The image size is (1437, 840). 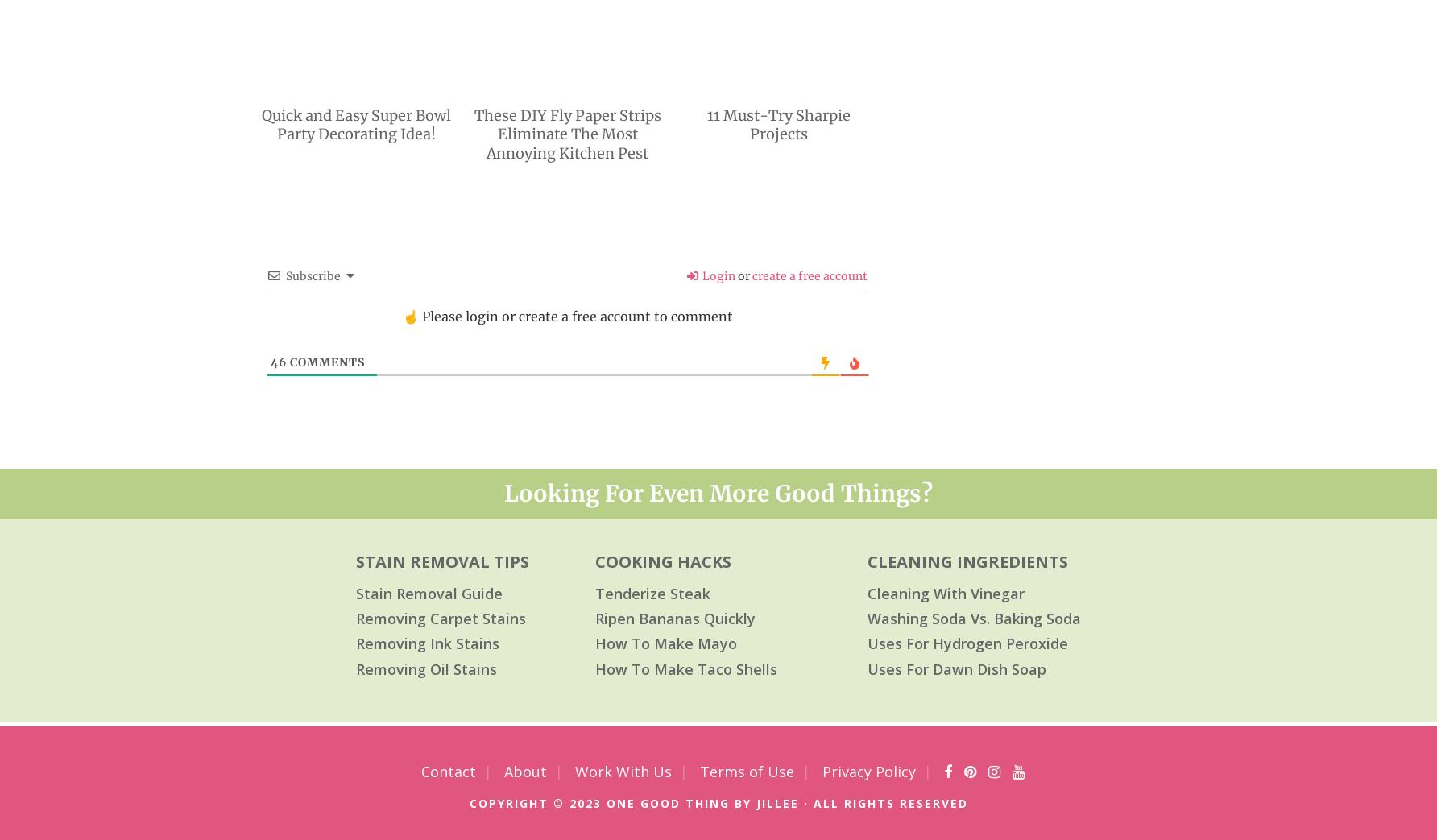 What do you see at coordinates (536, 802) in the screenshot?
I see `'copyright © 2023'` at bounding box center [536, 802].